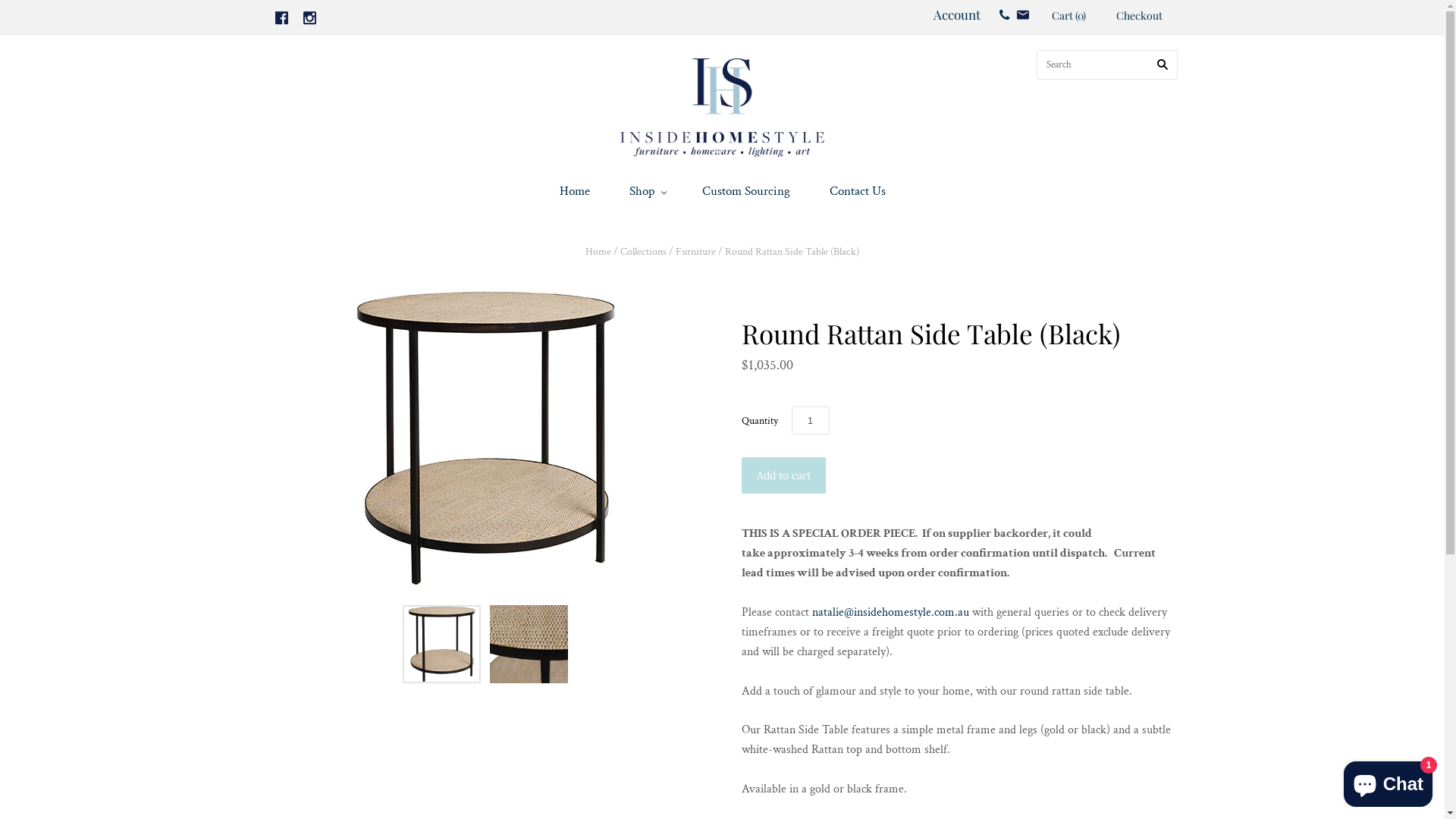 The height and width of the screenshot is (819, 1456). What do you see at coordinates (643, 250) in the screenshot?
I see `'Collections'` at bounding box center [643, 250].